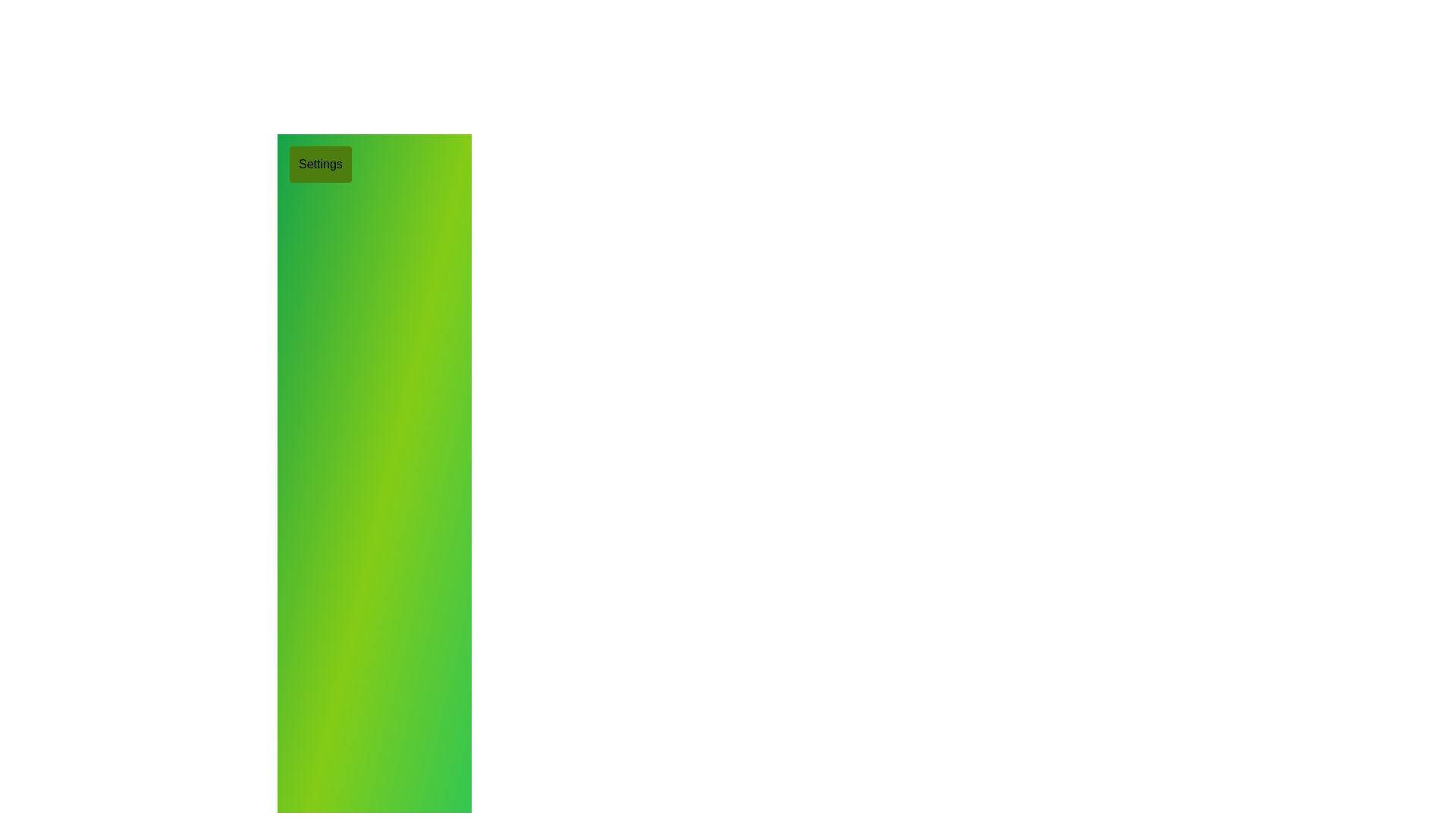 This screenshot has height=819, width=1456. What do you see at coordinates (319, 164) in the screenshot?
I see `the interactive settings button located near the top-left of the interface for keyboard navigation` at bounding box center [319, 164].